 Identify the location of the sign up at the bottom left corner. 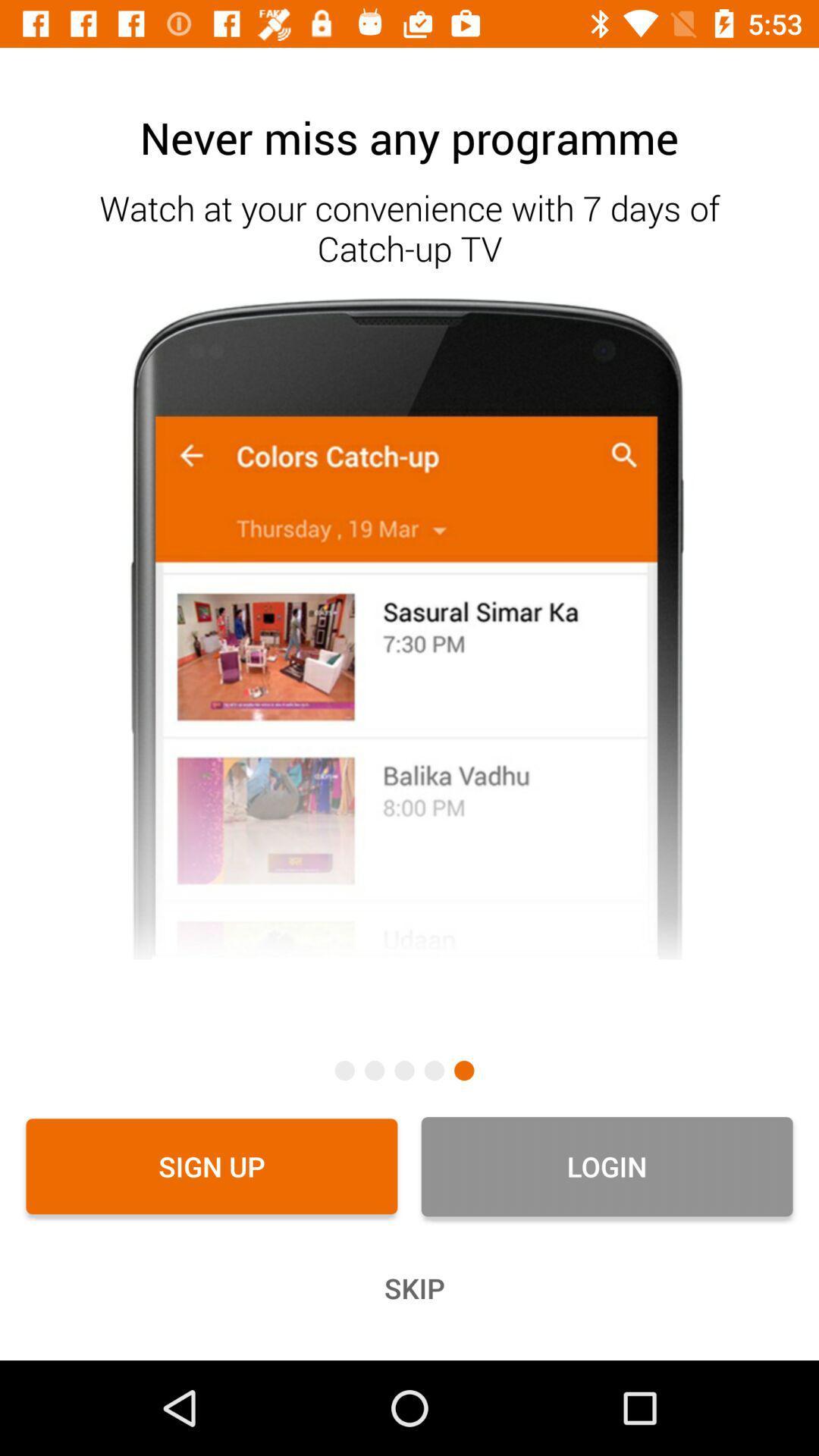
(212, 1166).